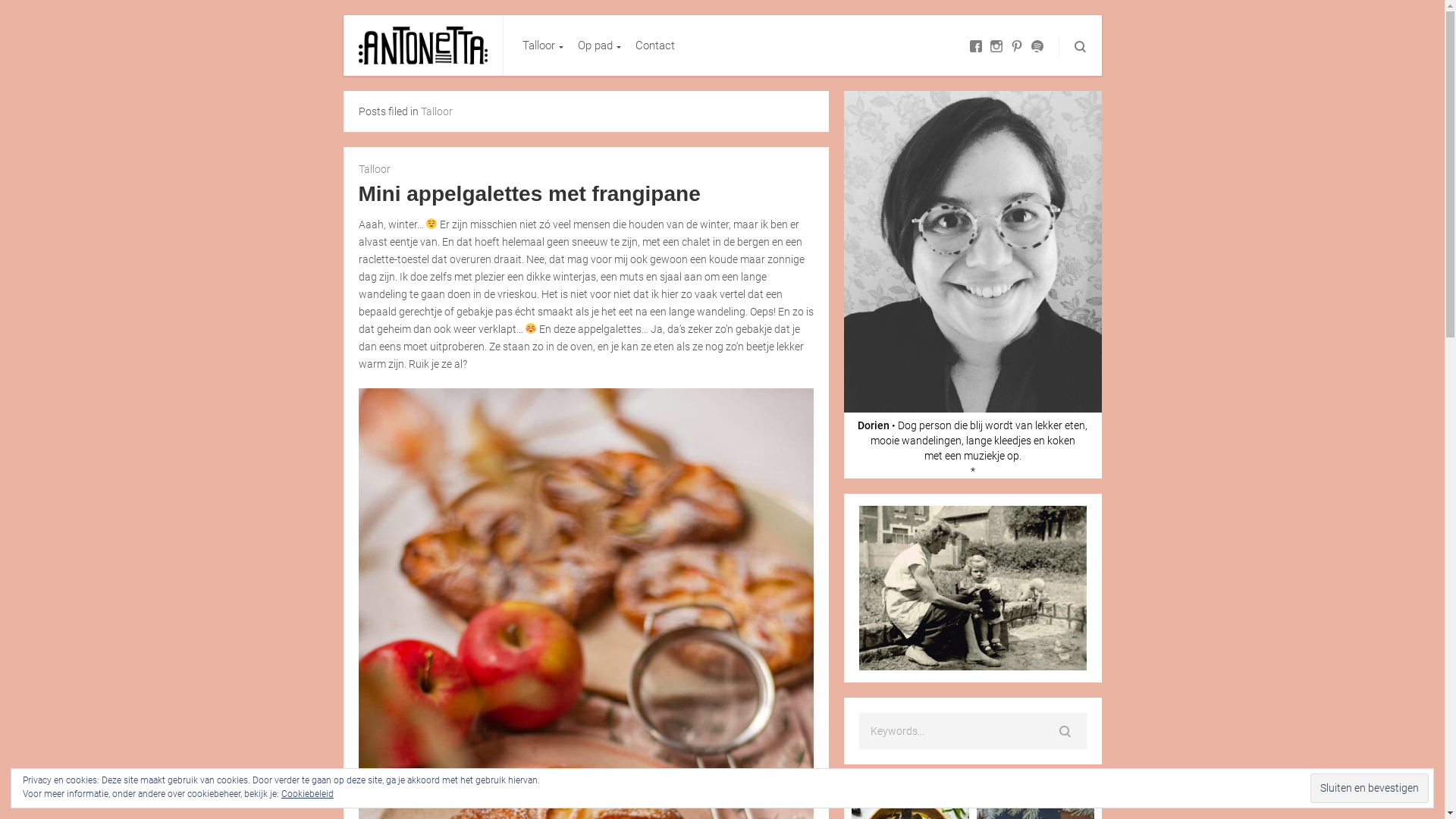 The image size is (1456, 819). What do you see at coordinates (529, 193) in the screenshot?
I see `'Mini appelgalettes met frangipane'` at bounding box center [529, 193].